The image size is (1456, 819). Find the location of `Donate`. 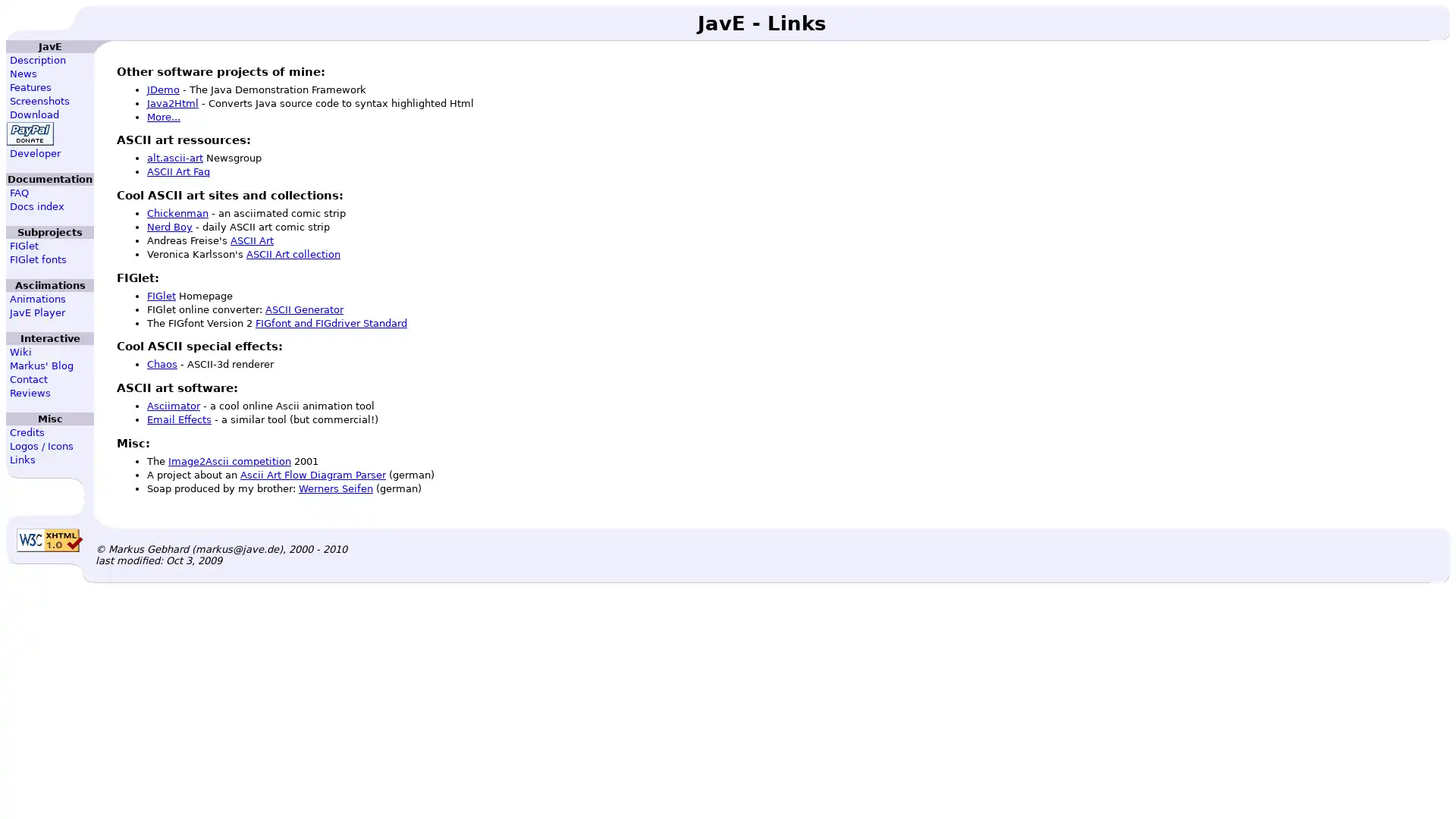

Donate is located at coordinates (30, 133).